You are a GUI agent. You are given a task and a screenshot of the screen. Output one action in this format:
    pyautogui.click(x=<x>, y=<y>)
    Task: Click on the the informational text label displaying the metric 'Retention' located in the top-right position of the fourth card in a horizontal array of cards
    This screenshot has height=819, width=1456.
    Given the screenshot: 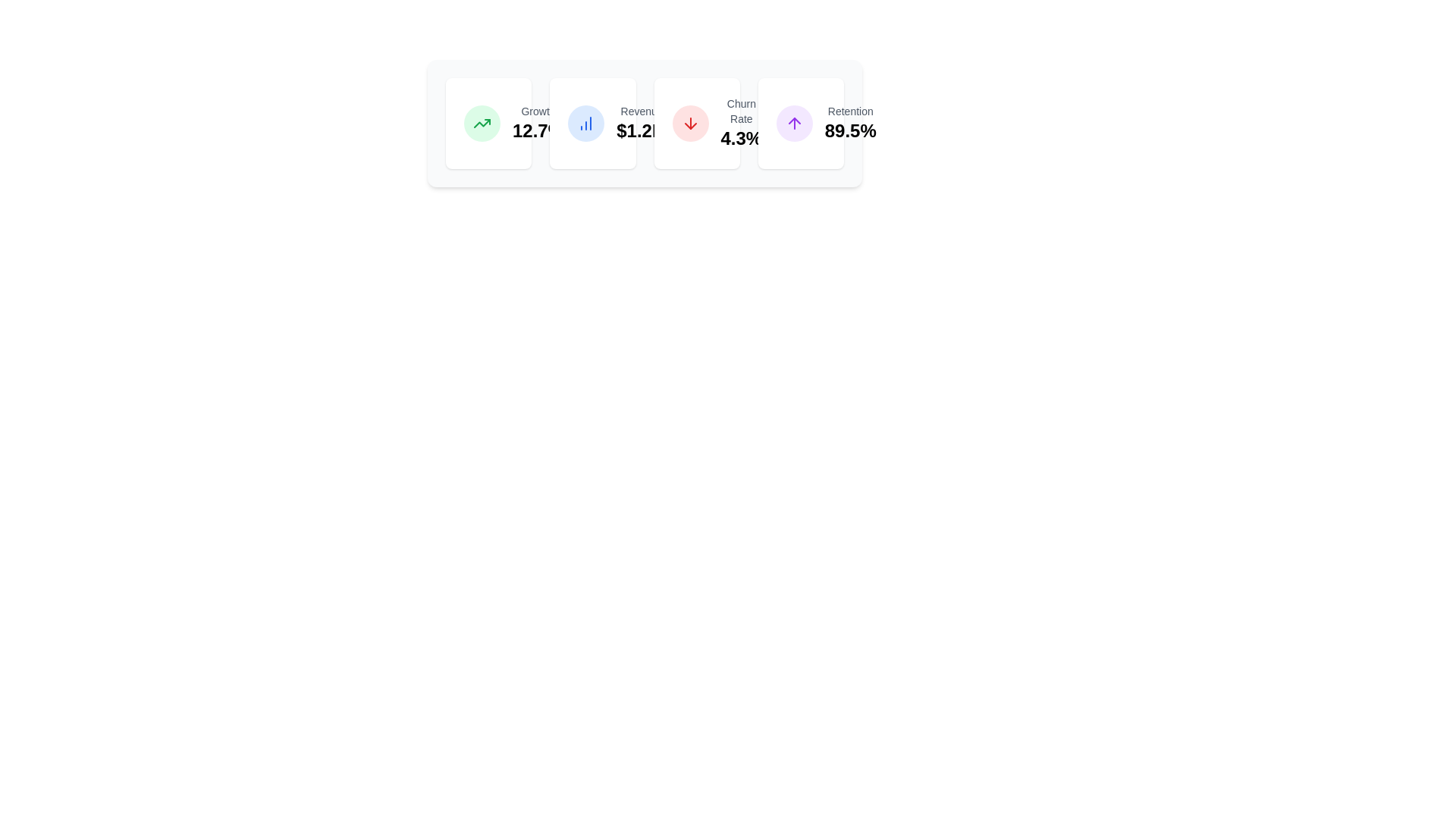 What is the action you would take?
    pyautogui.click(x=850, y=122)
    